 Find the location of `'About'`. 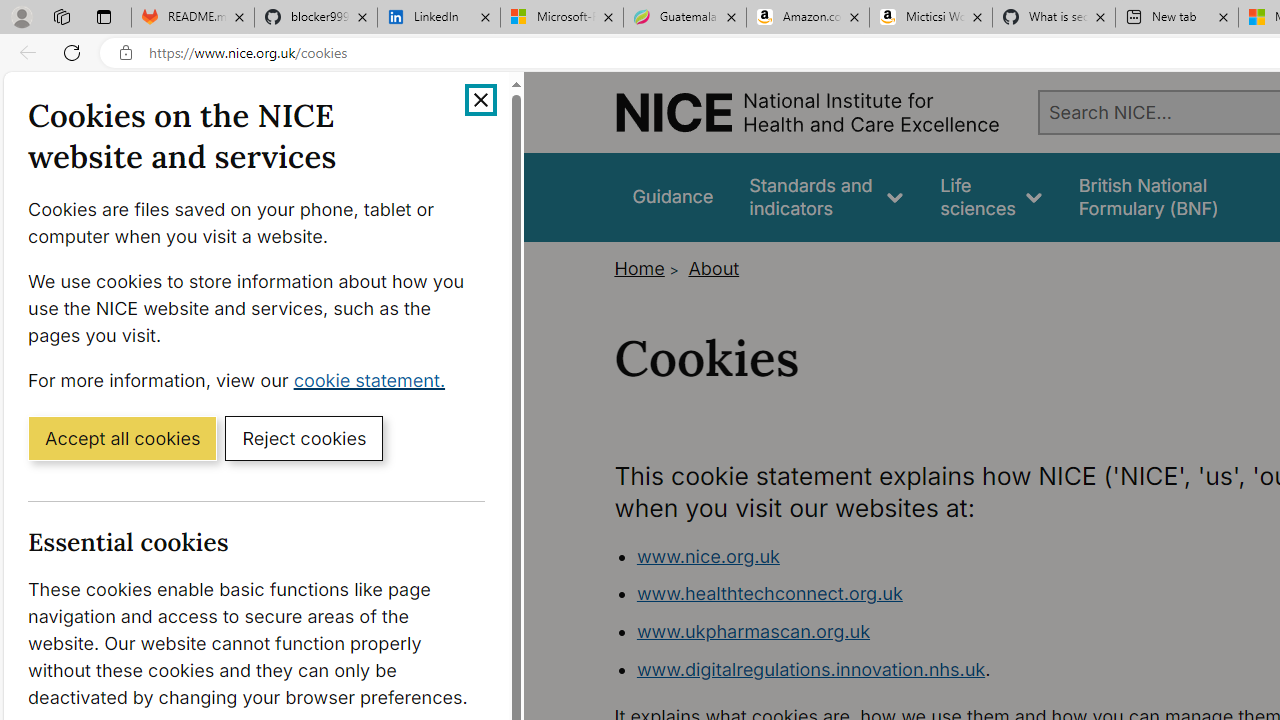

'About' is located at coordinates (714, 268).